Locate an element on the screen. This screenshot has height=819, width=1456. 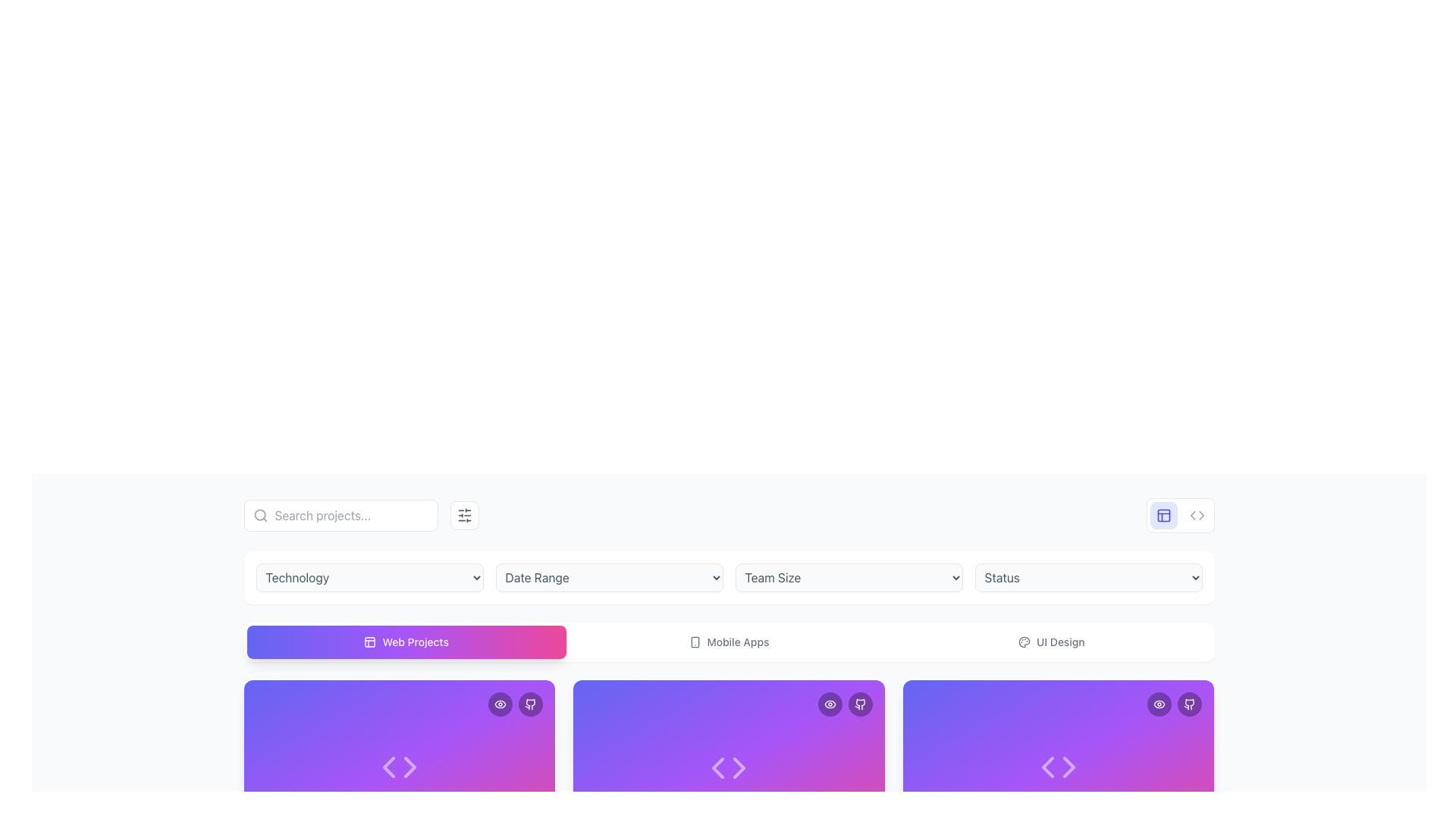
the smartphone icon representing mobile-related content within the 'Mobile Apps' tab at the top center of the interface is located at coordinates (694, 642).